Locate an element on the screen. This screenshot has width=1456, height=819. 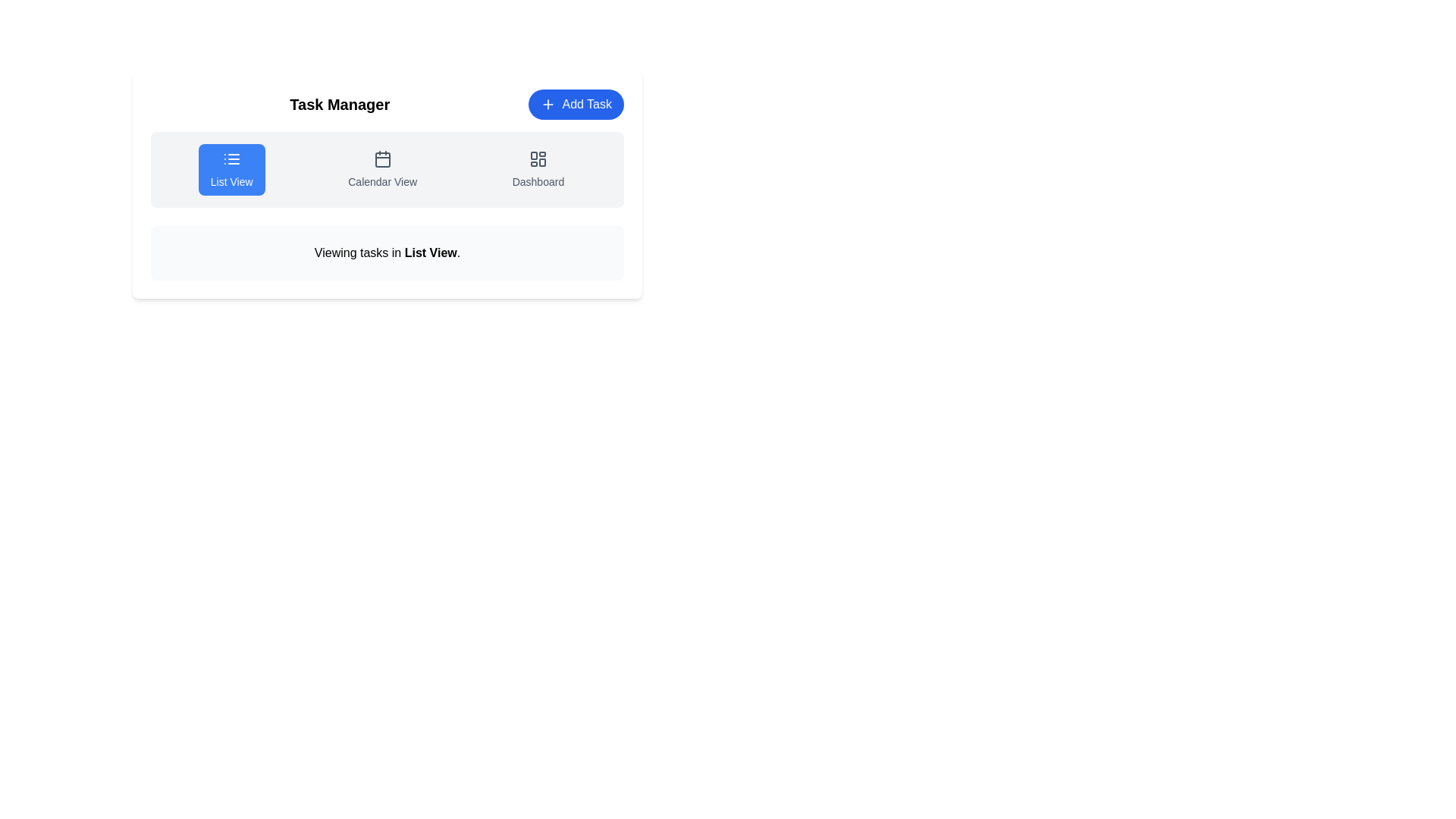
the list icon with a blue background, which features three lines on the right and three dots aligned vertically on the left, located inside the 'List View' button, the first button from the left is located at coordinates (231, 158).